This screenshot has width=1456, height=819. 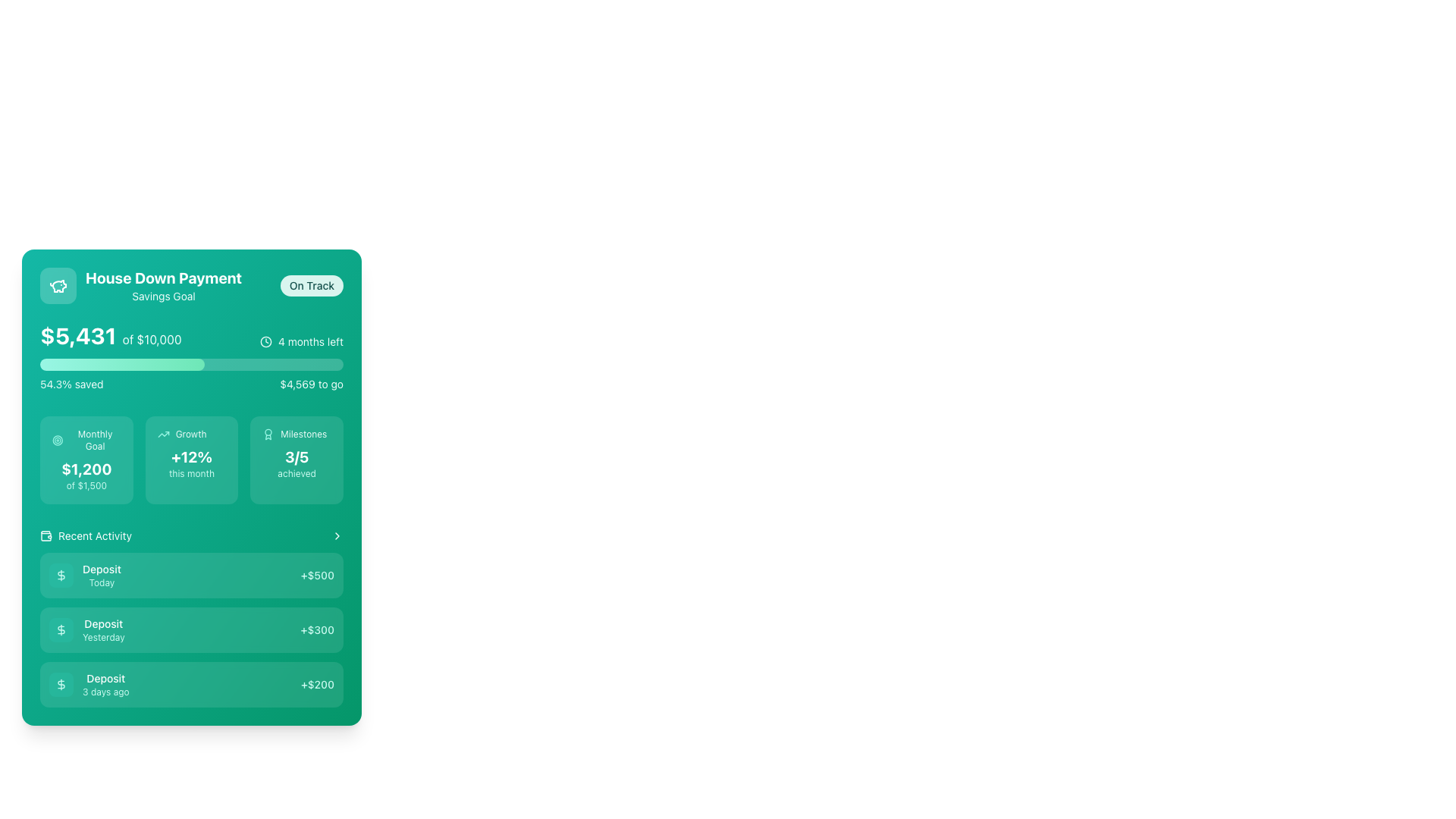 I want to click on the second card in the row of three cards, positioned below the progress bar and above the 'Recent Activity' section in the 'House Down Payment' panel, so click(x=191, y=459).